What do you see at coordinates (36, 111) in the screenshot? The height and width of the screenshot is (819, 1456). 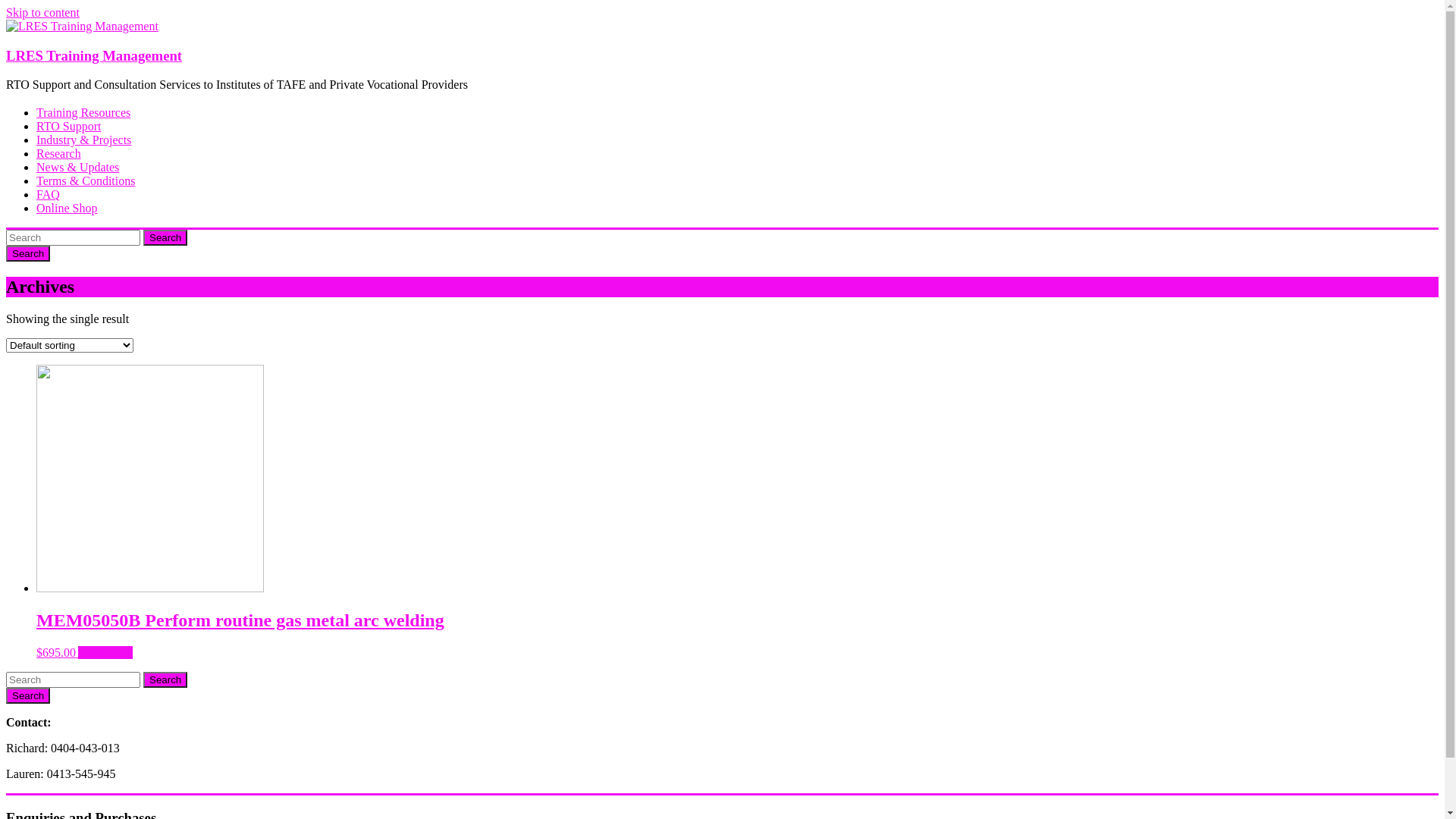 I see `'Training Resources'` at bounding box center [36, 111].